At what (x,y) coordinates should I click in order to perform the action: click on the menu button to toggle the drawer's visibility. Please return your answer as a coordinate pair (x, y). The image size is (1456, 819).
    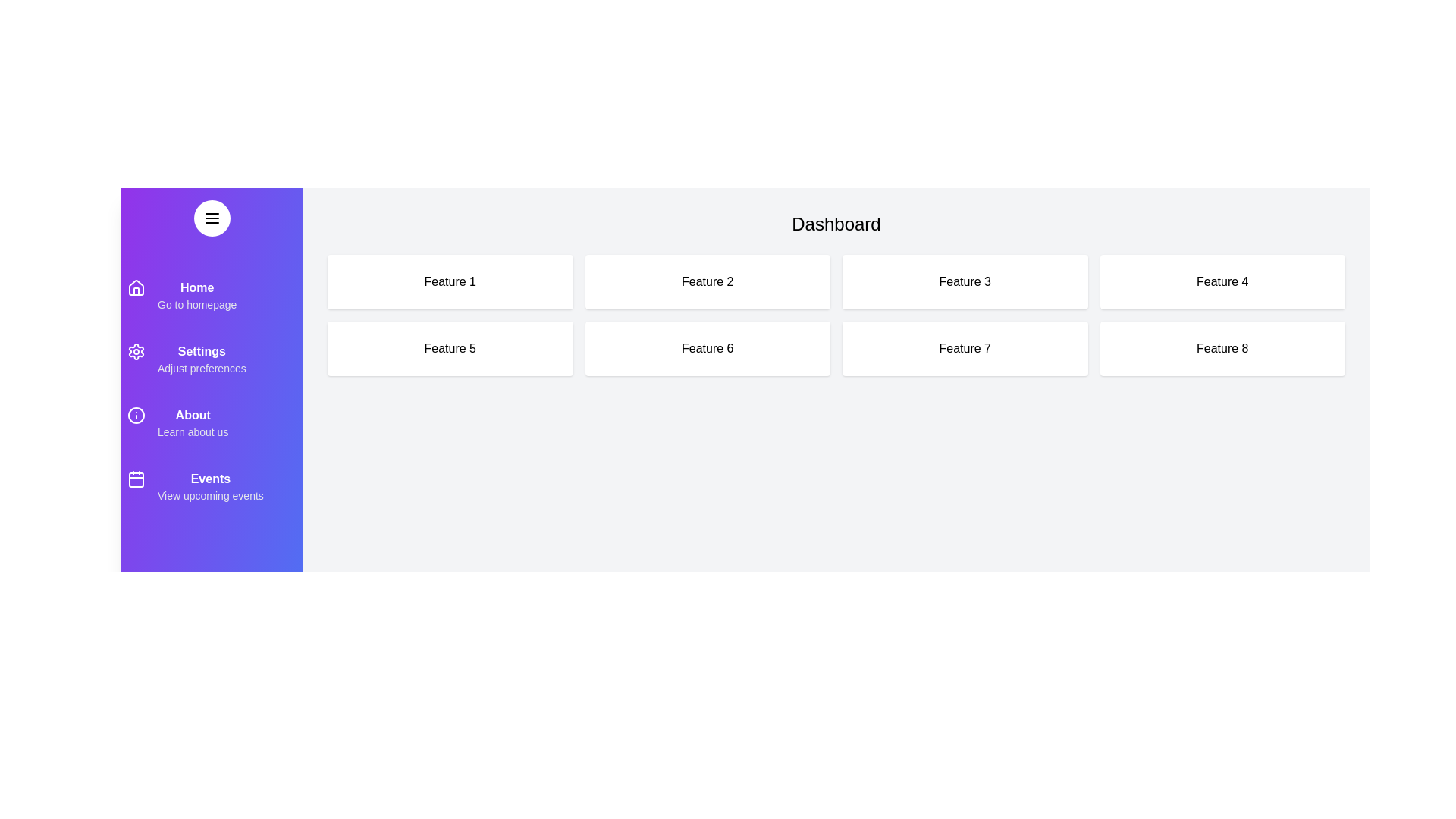
    Looking at the image, I should click on (211, 218).